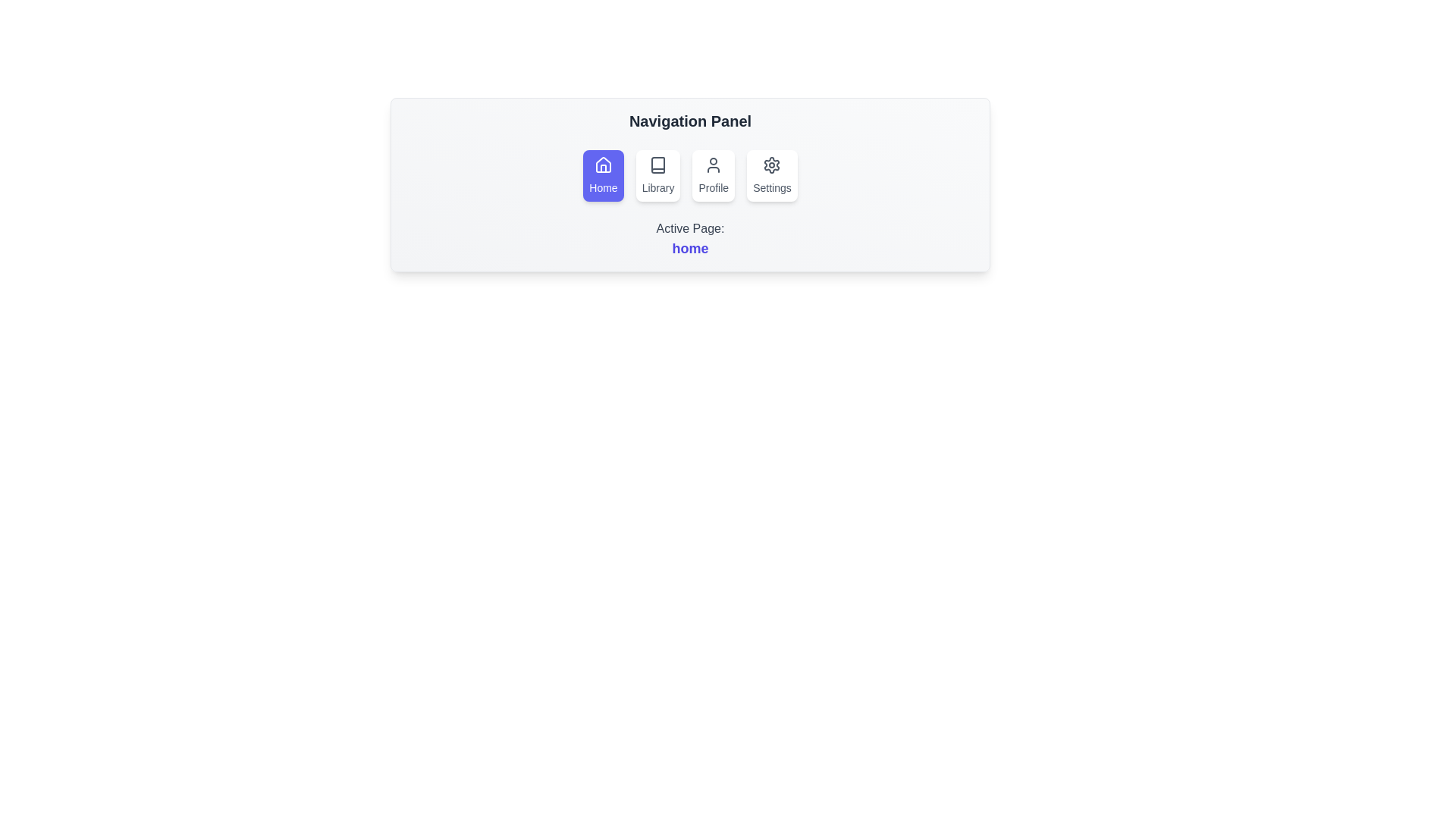 Image resolution: width=1456 pixels, height=819 pixels. I want to click on the text labeled 'home', which is styled in a large indigo font and located adjacent to 'Active Page:', within the 'Navigation Panel', so click(689, 247).